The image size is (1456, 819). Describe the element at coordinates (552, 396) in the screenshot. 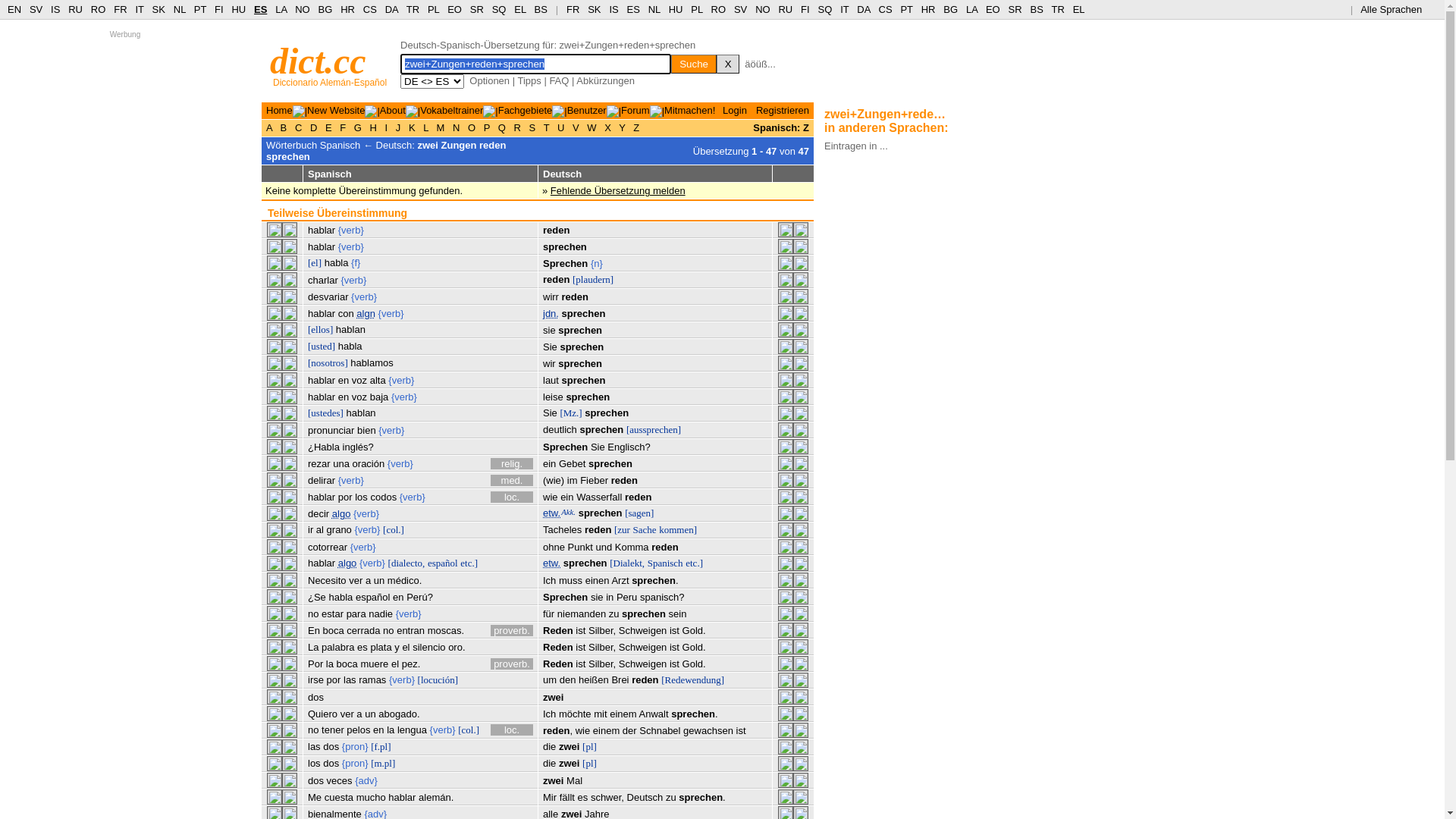

I see `'leise'` at that location.